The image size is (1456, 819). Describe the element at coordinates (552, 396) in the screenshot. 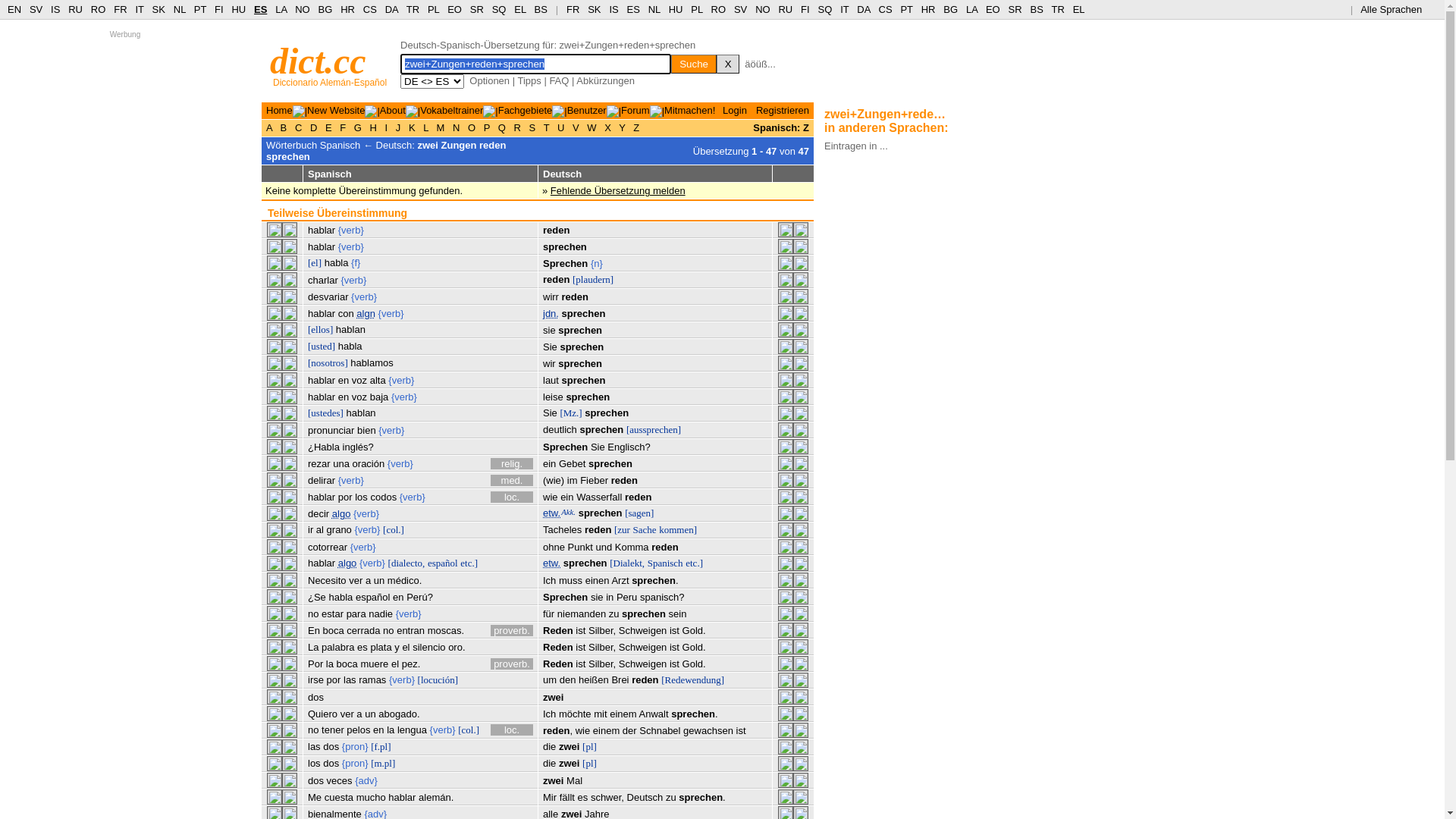

I see `'leise'` at that location.